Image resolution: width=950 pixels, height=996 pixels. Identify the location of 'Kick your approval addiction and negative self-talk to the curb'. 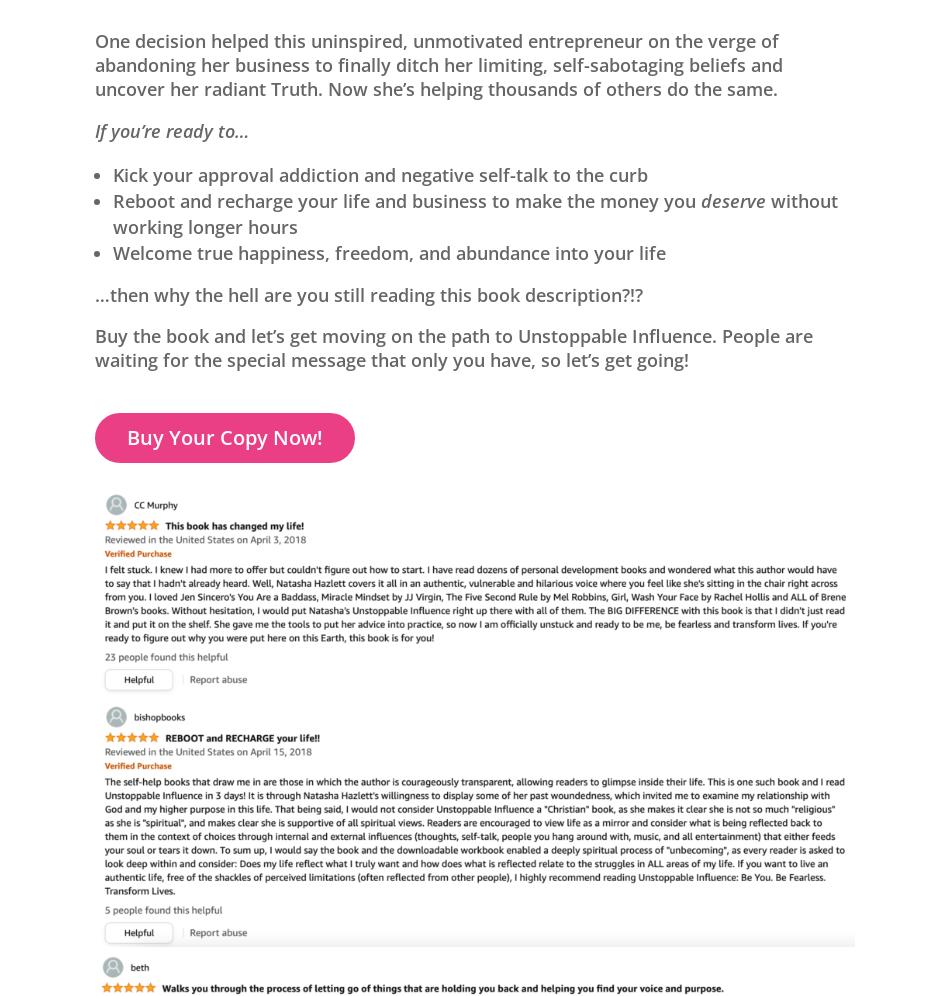
(379, 174).